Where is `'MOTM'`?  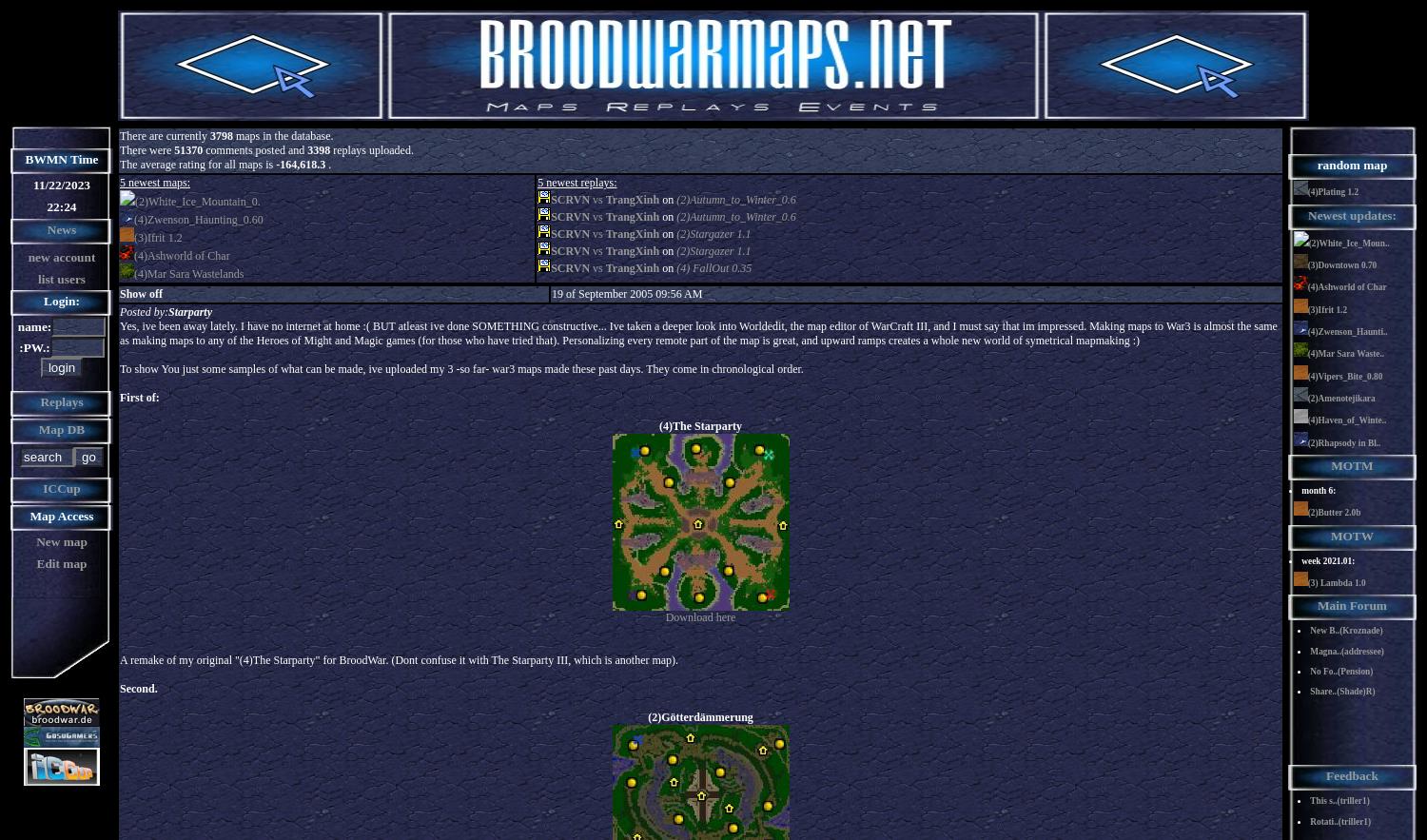 'MOTM' is located at coordinates (1351, 464).